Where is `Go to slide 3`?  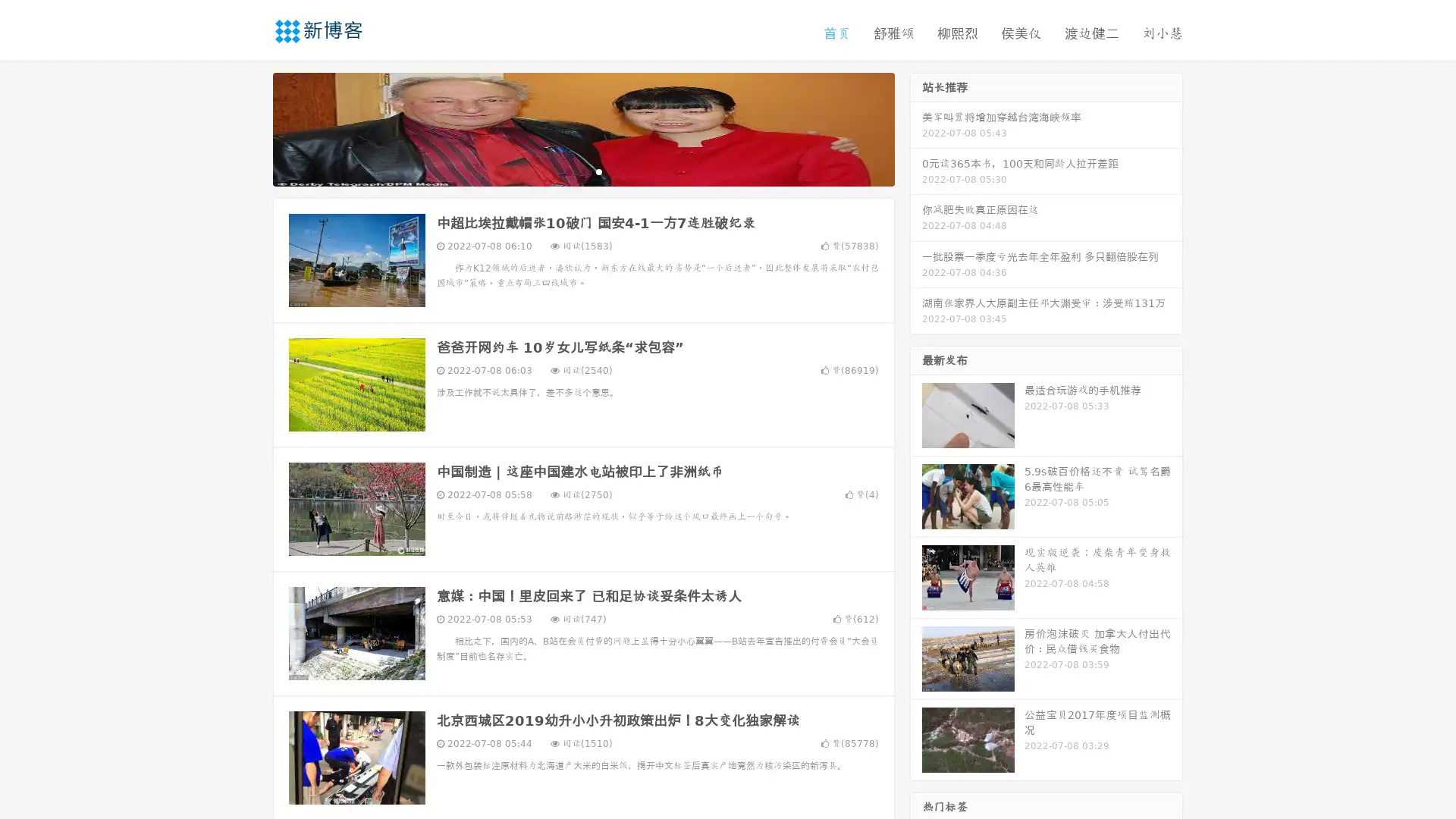
Go to slide 3 is located at coordinates (598, 171).